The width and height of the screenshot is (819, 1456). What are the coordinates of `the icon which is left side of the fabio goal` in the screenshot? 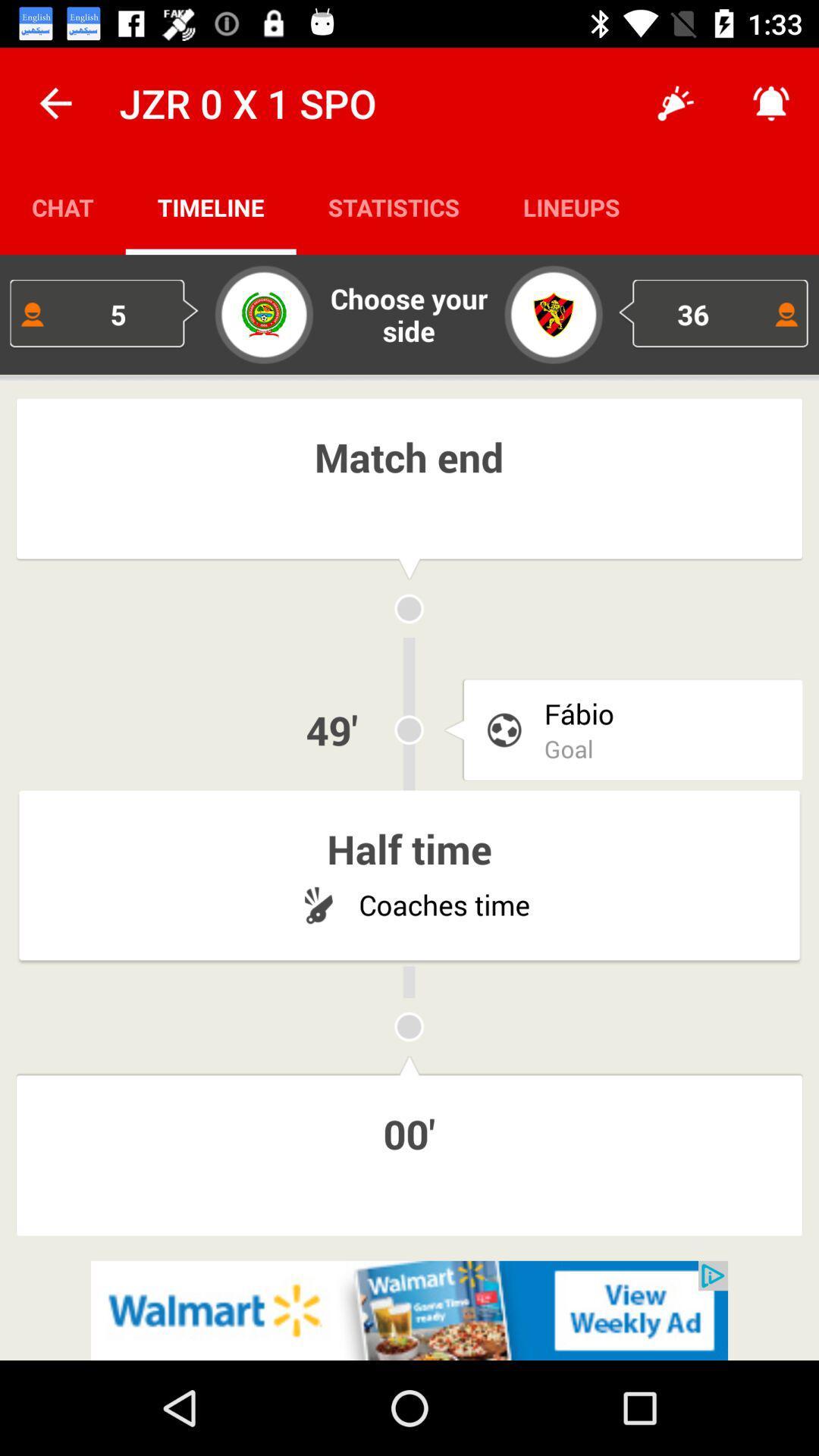 It's located at (504, 730).